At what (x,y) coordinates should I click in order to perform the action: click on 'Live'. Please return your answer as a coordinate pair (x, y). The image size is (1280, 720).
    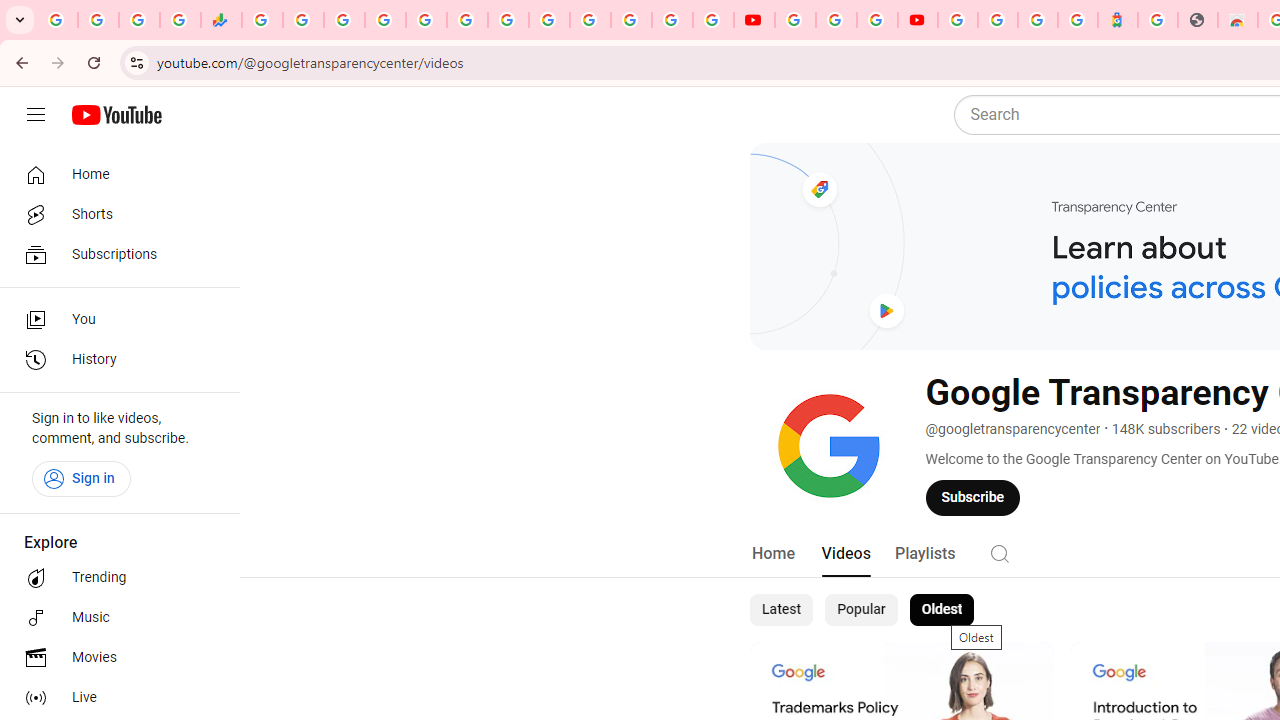
    Looking at the image, I should click on (112, 697).